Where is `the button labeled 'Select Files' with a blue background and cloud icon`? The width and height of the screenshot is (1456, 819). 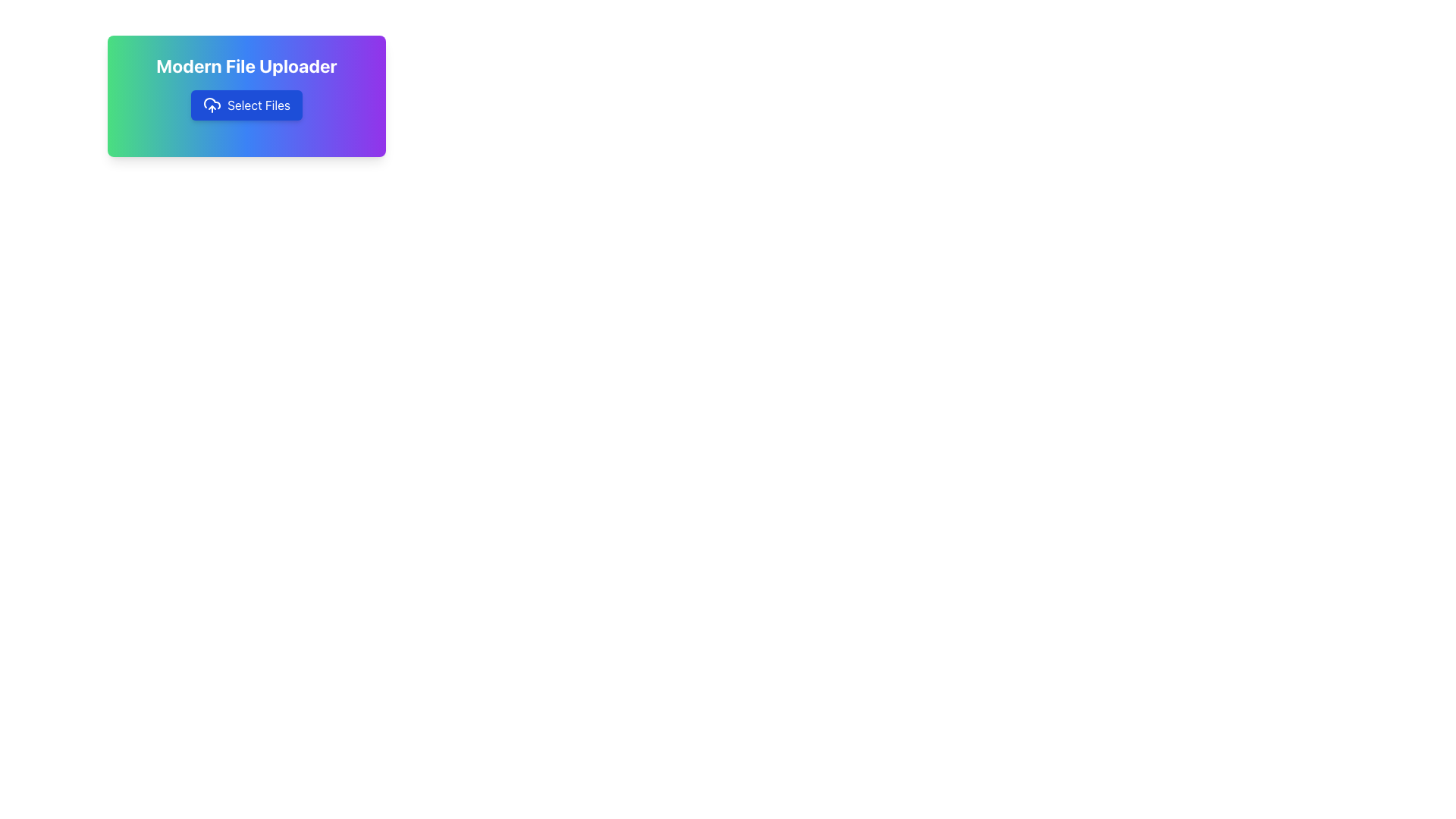 the button labeled 'Select Files' with a blue background and cloud icon is located at coordinates (246, 104).